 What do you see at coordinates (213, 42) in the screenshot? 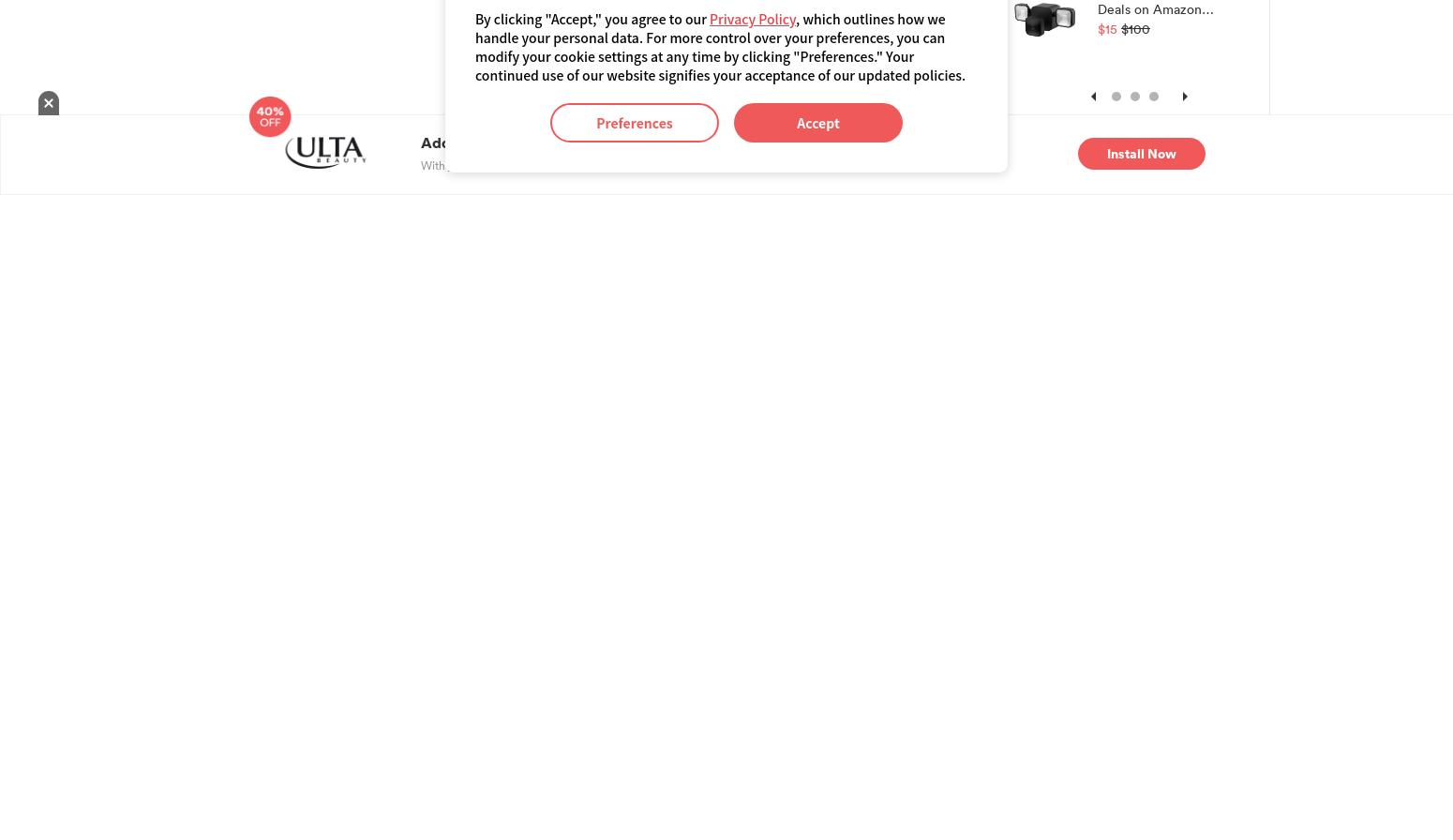
I see `'$99'` at bounding box center [213, 42].